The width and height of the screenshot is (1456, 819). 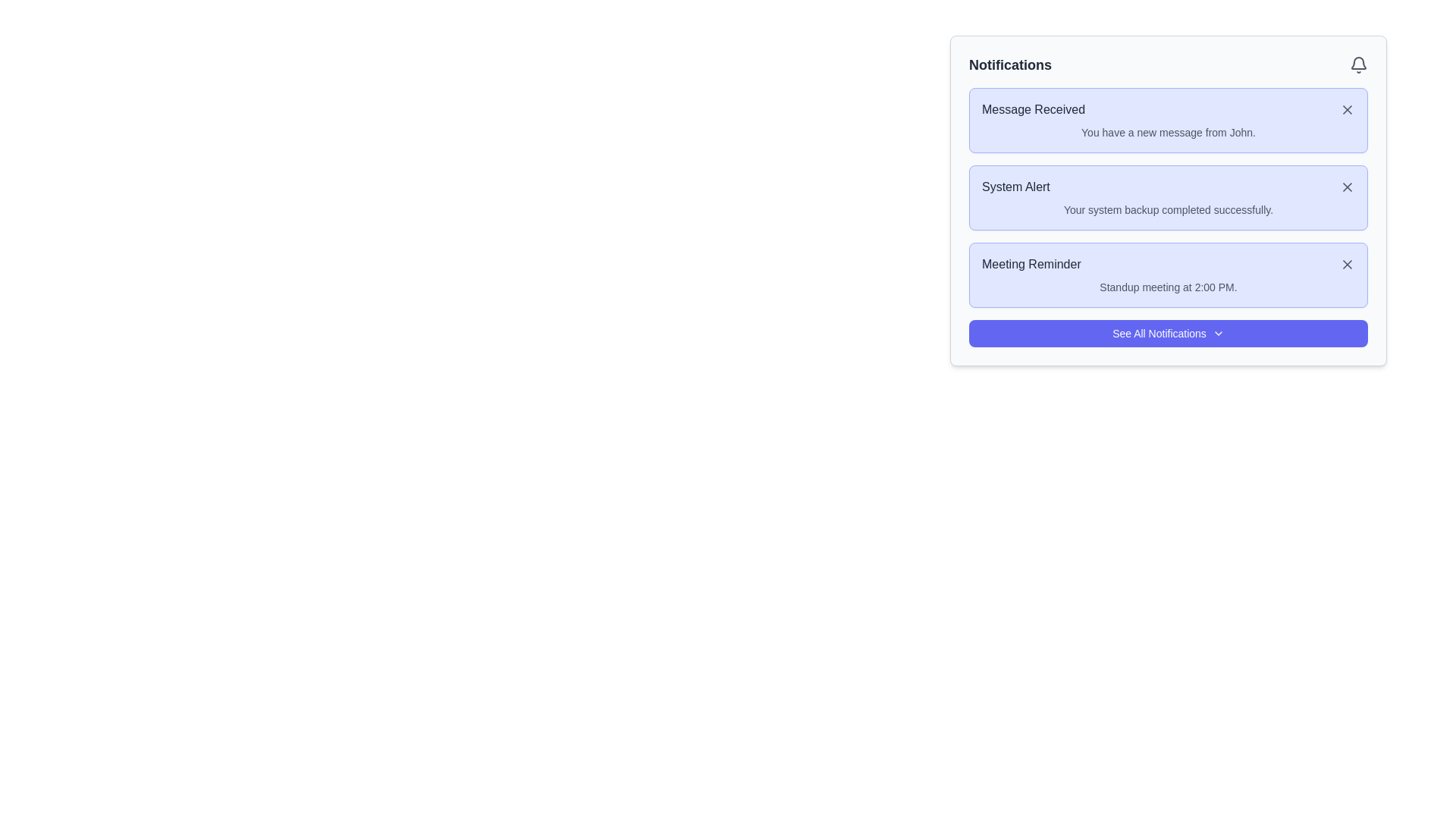 I want to click on the notification message that reads 'You have a new message from John.' located below the 'Message Received' label in the pastel blue notification card, so click(x=1167, y=131).